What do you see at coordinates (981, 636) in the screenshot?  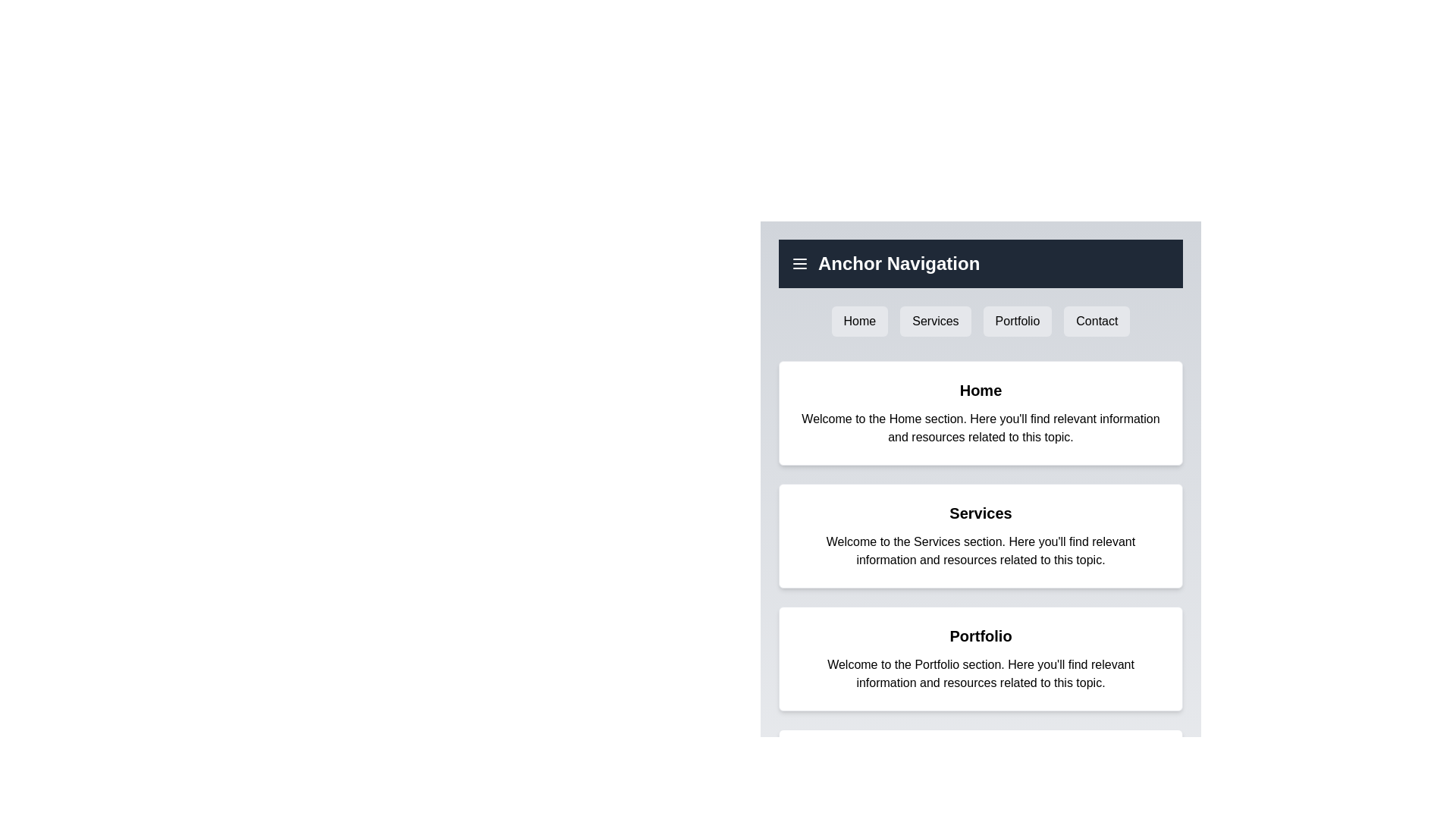 I see `text label that serves as the header for the Portfolio section, positioned at the bottom center of the interface, beneath the 'Services' section` at bounding box center [981, 636].